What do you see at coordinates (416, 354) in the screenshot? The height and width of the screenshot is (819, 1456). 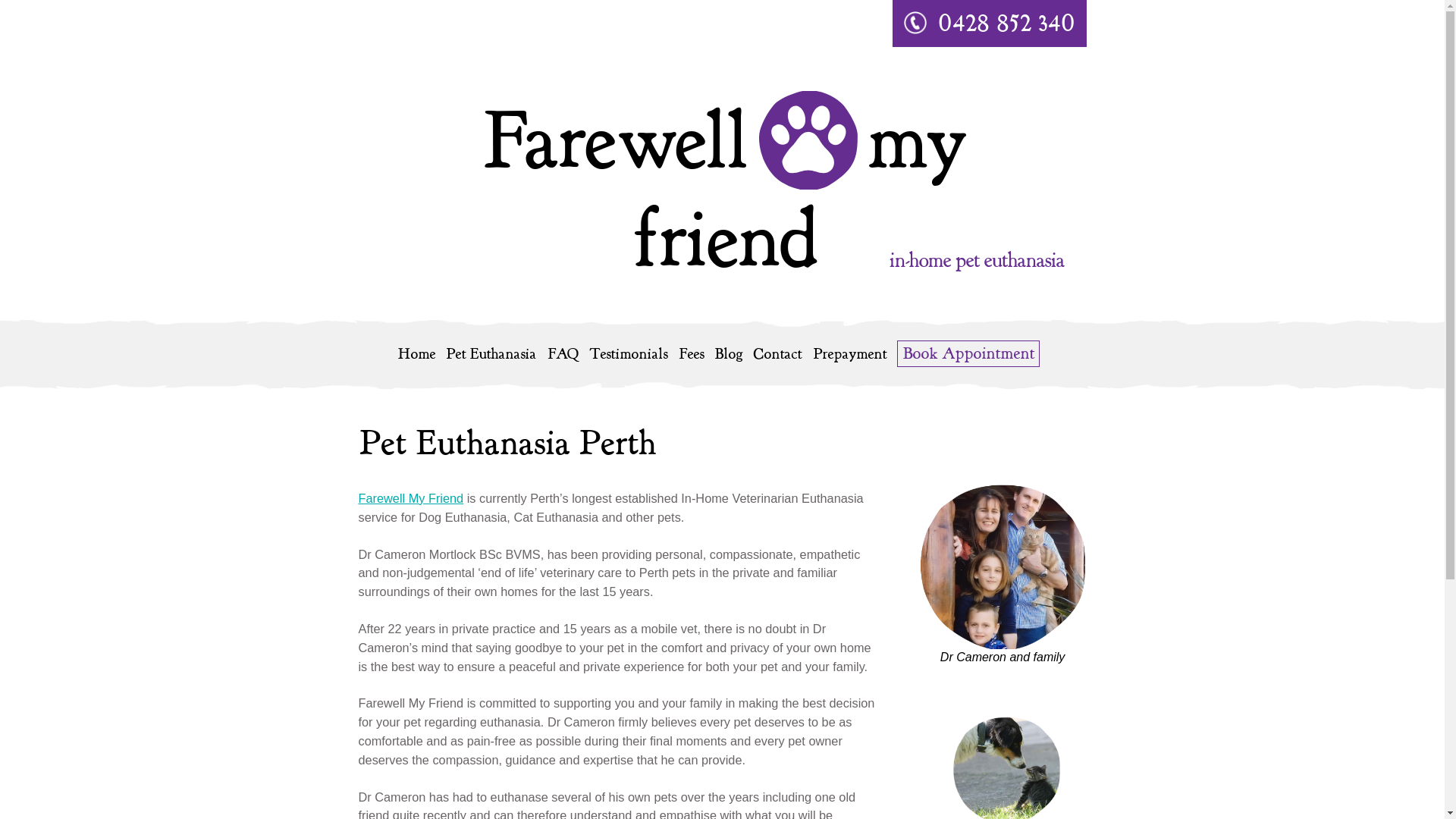 I see `'Home'` at bounding box center [416, 354].